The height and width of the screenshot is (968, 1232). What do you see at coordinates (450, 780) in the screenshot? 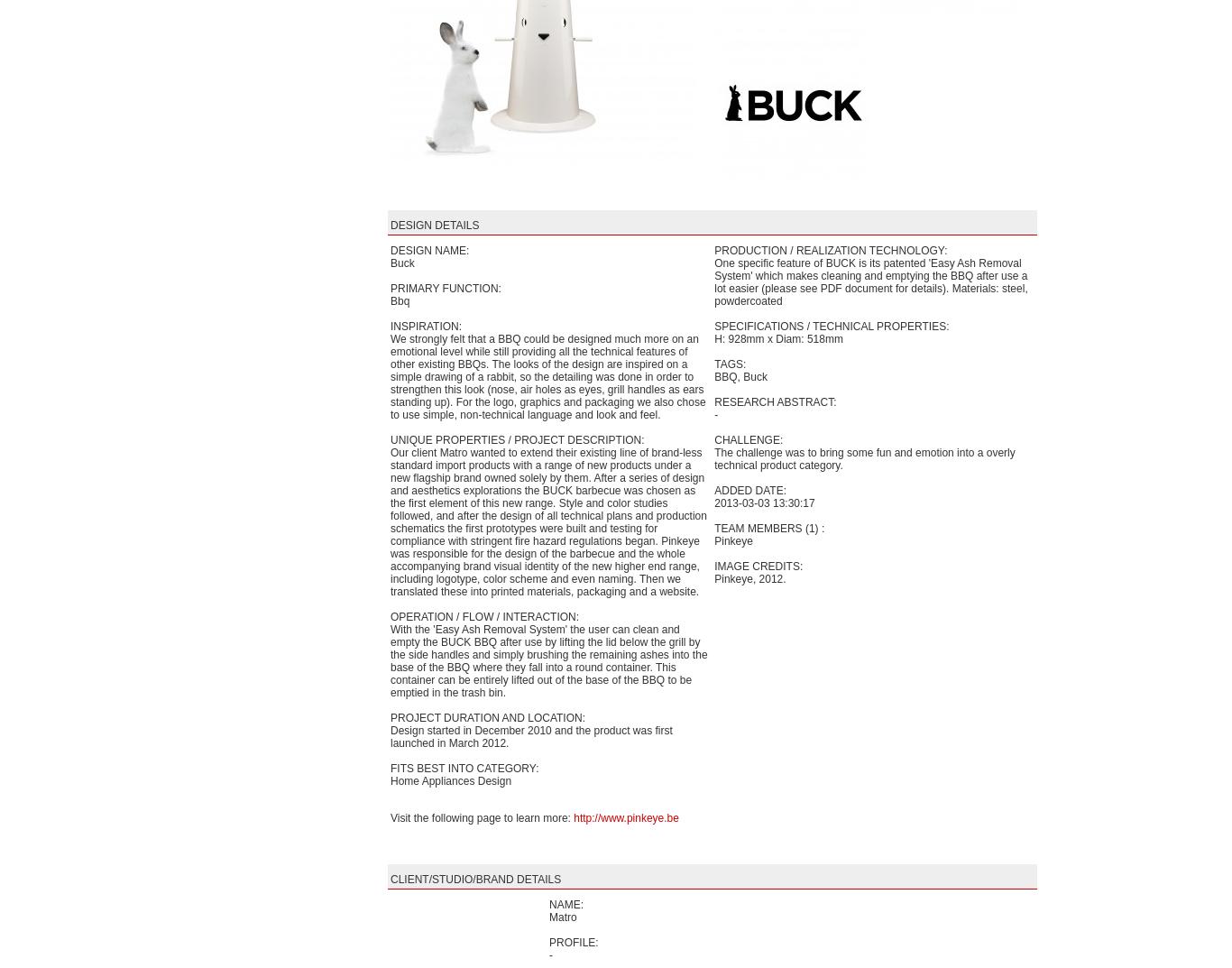
I see `'Home Appliances Design'` at bounding box center [450, 780].